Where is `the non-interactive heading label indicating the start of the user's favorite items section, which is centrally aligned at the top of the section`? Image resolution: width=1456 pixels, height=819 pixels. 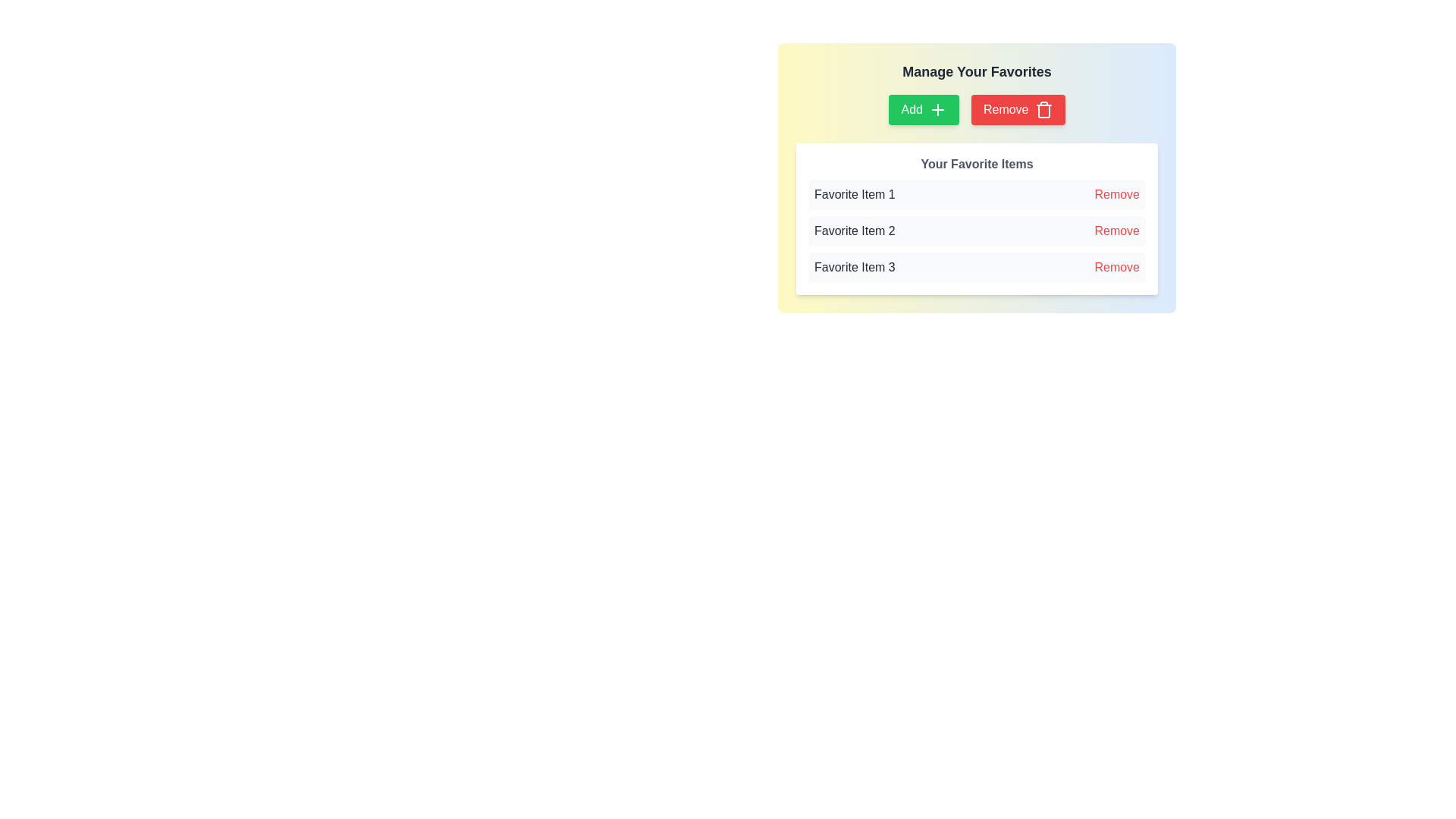
the non-interactive heading label indicating the start of the user's favorite items section, which is centrally aligned at the top of the section is located at coordinates (977, 164).